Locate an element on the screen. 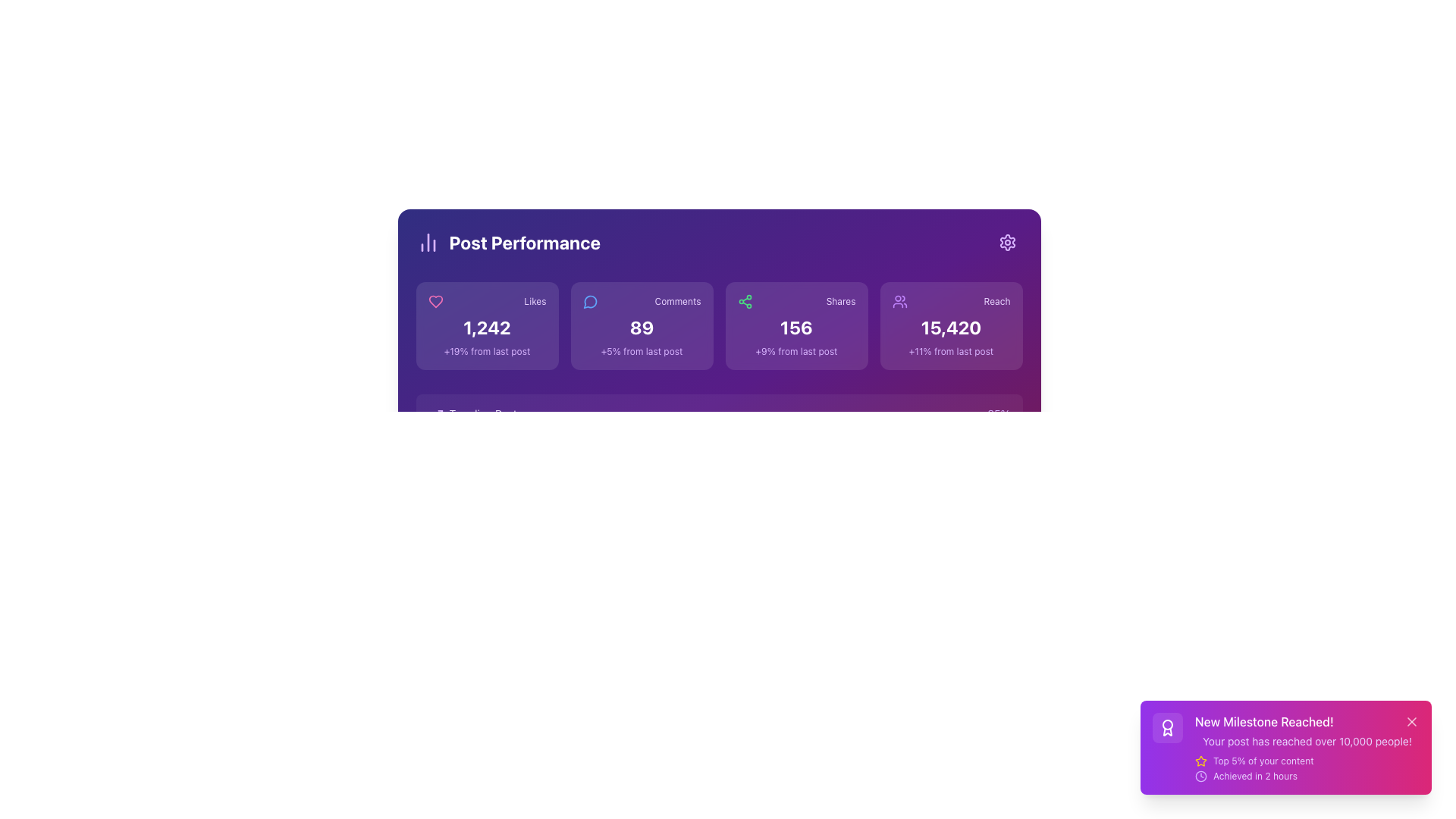  the text label for the 'Reach' performance metric, which is located at the top-right of the fifth statistic card and above the numerical statistic of 15,420 is located at coordinates (997, 301).